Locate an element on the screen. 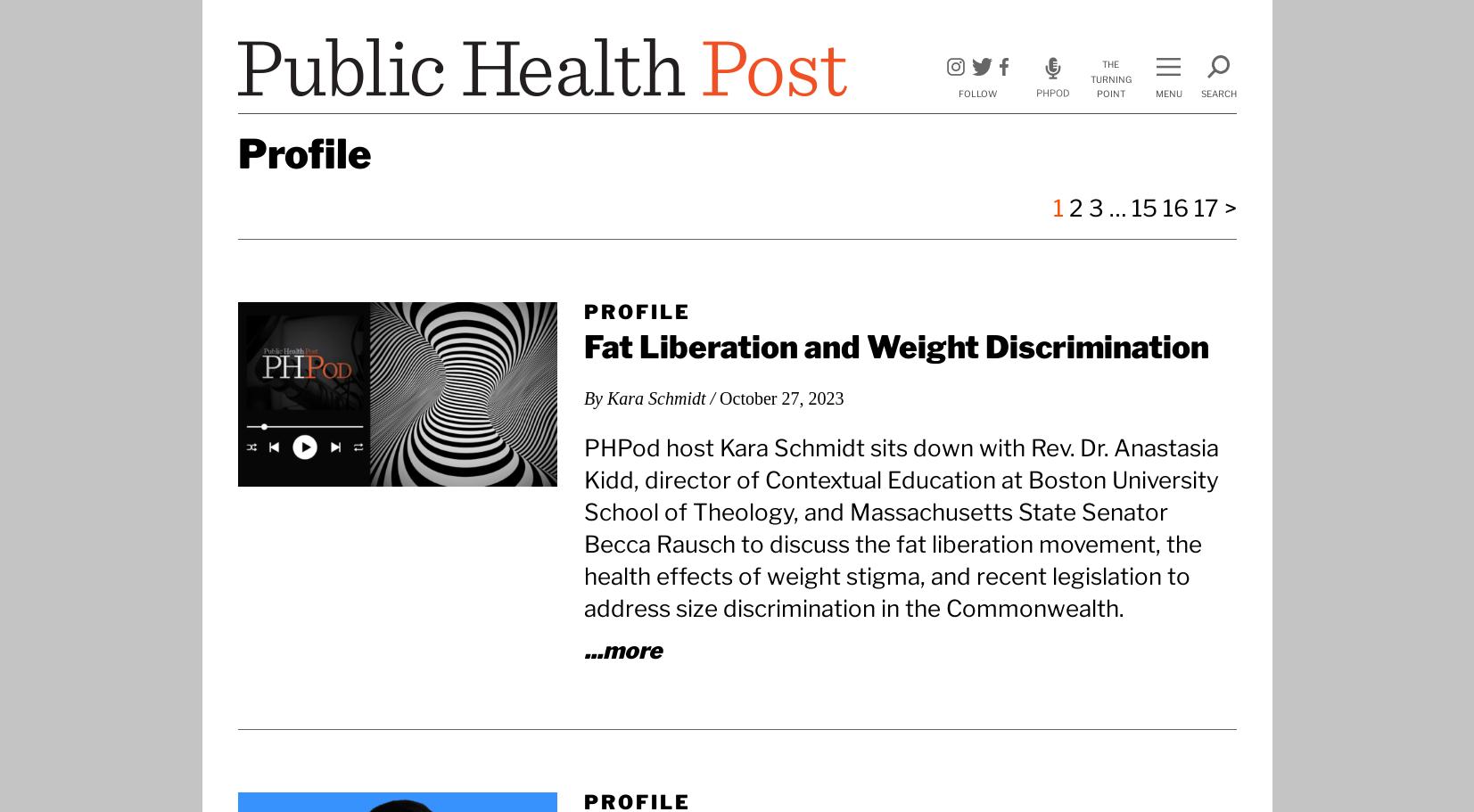  'MENU' is located at coordinates (1168, 94).